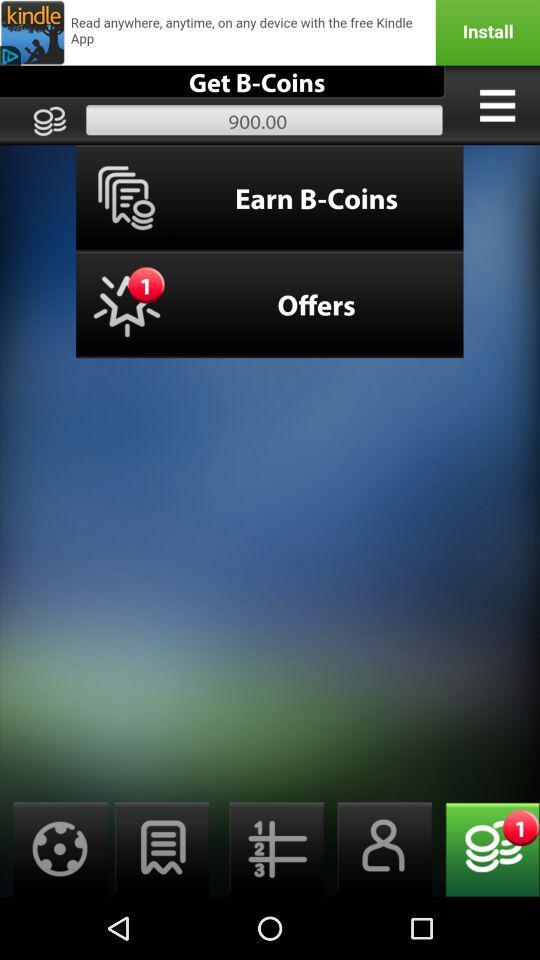 The width and height of the screenshot is (540, 960). What do you see at coordinates (161, 909) in the screenshot?
I see `the chat icon` at bounding box center [161, 909].